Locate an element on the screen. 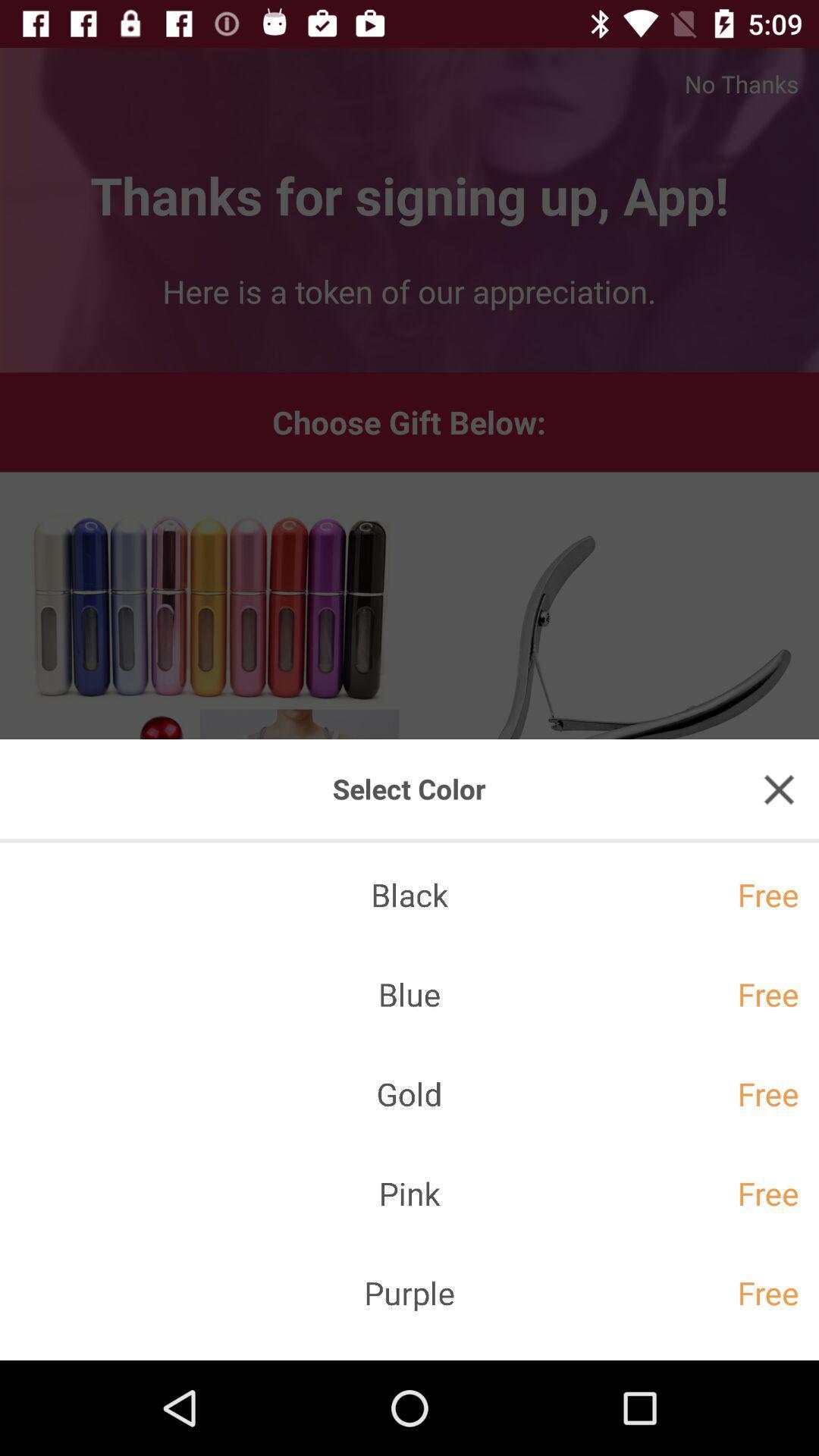 The width and height of the screenshot is (819, 1456). the close icon is located at coordinates (779, 789).